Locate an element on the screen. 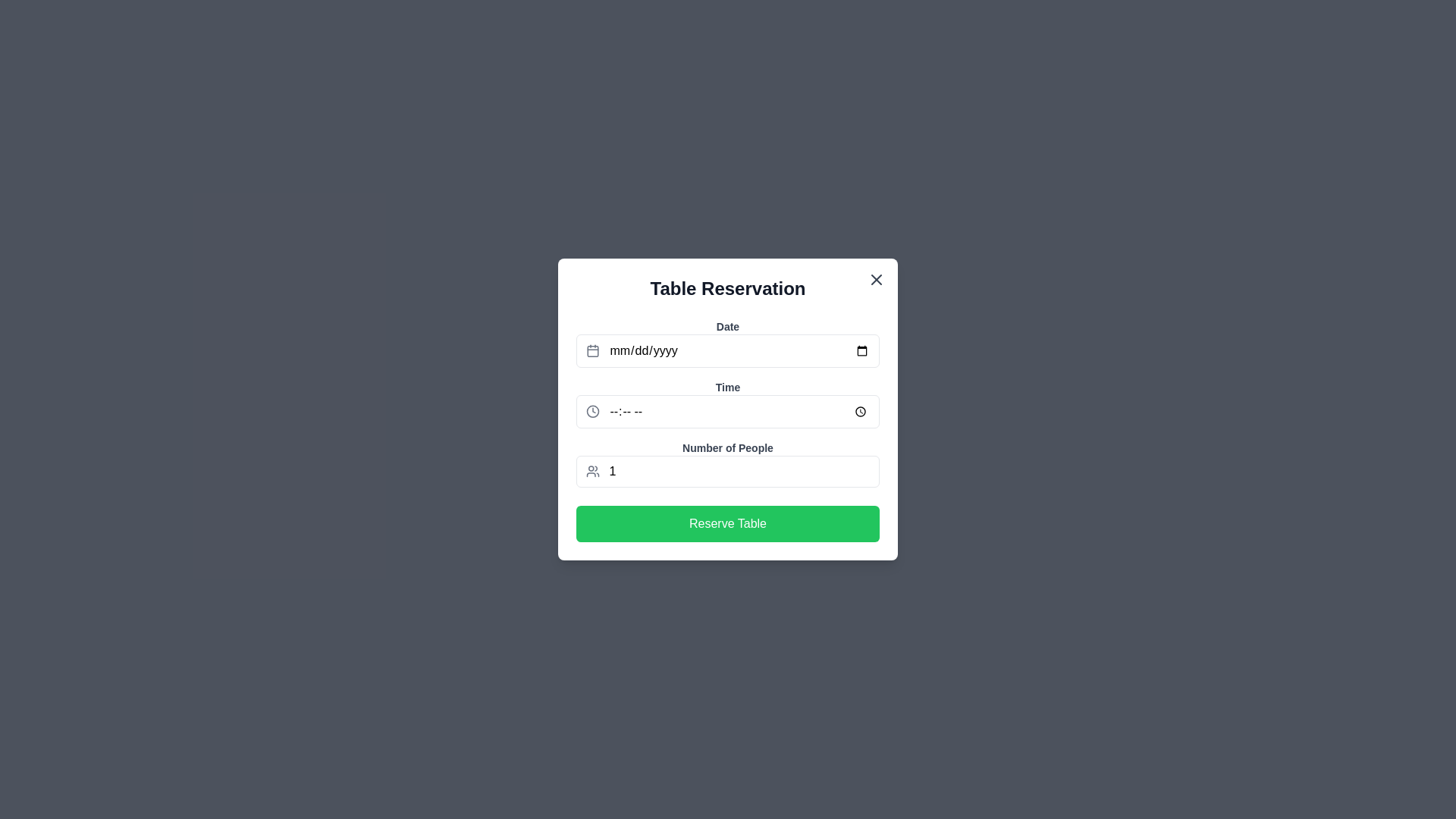 Image resolution: width=1456 pixels, height=819 pixels. the user icon located at the left side of the input field labeled 'Number of People' is located at coordinates (592, 470).